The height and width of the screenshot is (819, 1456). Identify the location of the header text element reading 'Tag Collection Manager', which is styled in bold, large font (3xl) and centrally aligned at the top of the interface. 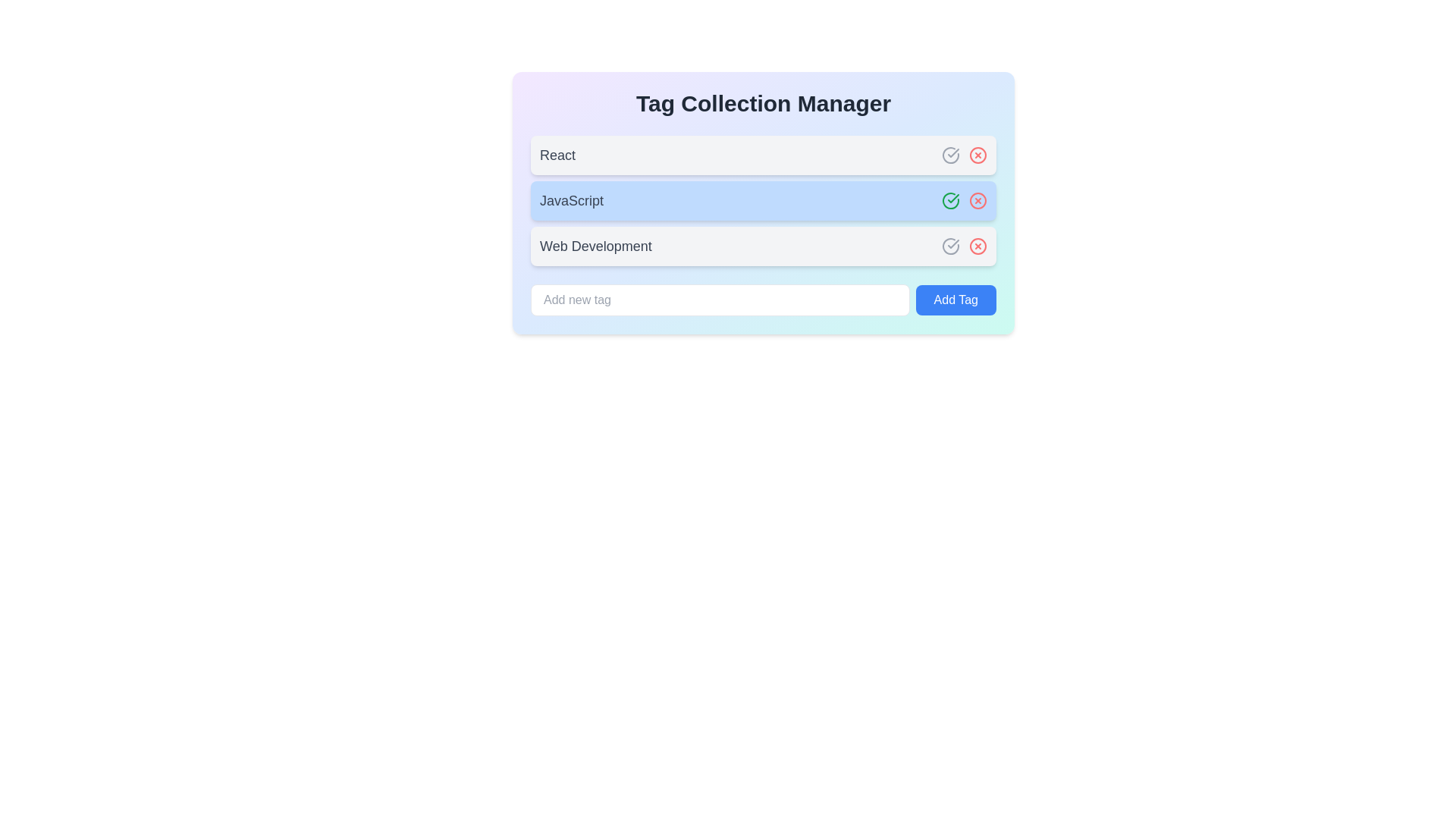
(764, 103).